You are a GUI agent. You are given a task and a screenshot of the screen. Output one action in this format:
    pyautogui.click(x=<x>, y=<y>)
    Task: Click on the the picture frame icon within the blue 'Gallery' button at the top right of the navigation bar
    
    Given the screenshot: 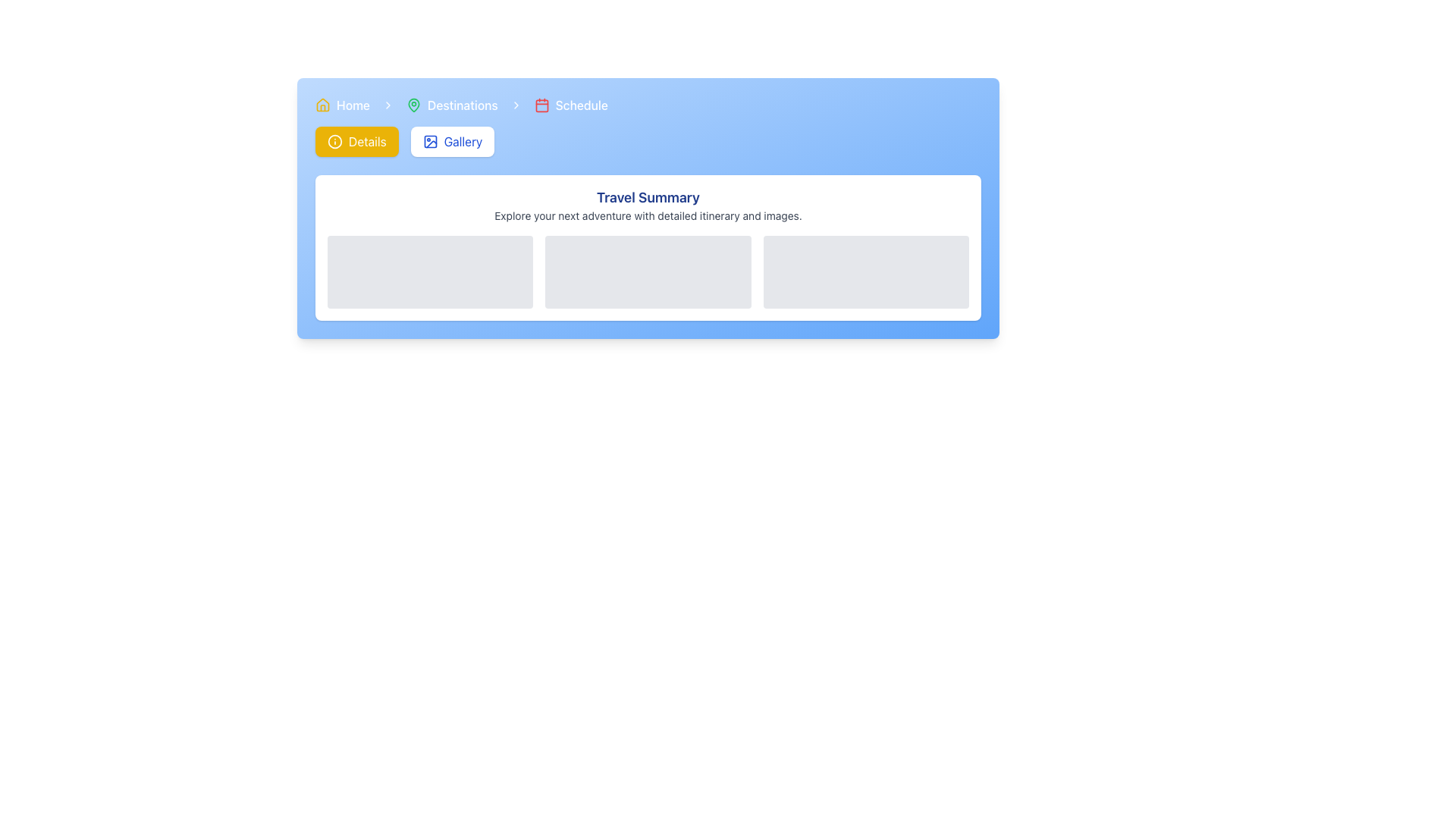 What is the action you would take?
    pyautogui.click(x=429, y=141)
    